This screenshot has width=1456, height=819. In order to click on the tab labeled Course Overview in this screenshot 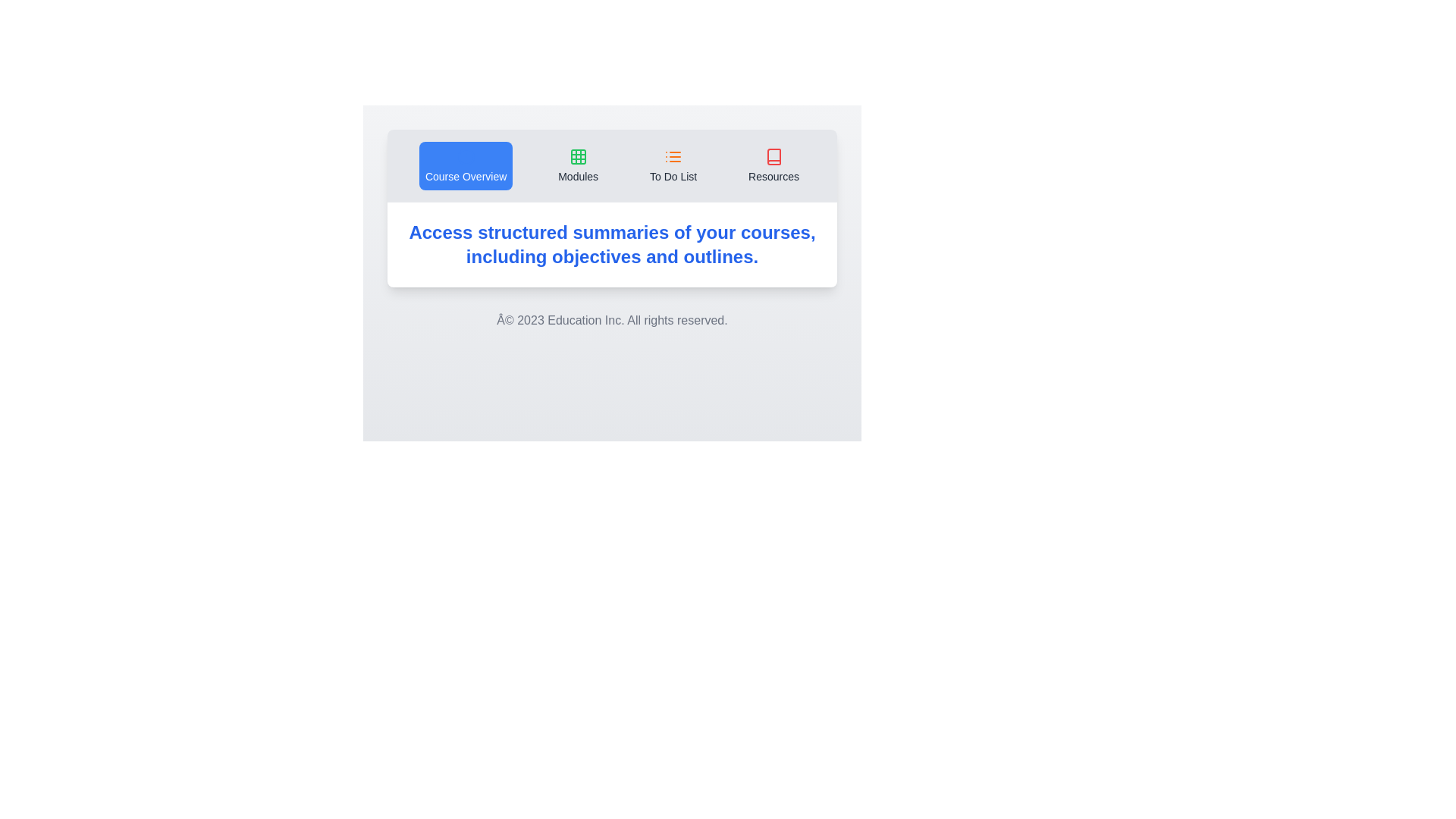, I will do `click(465, 166)`.